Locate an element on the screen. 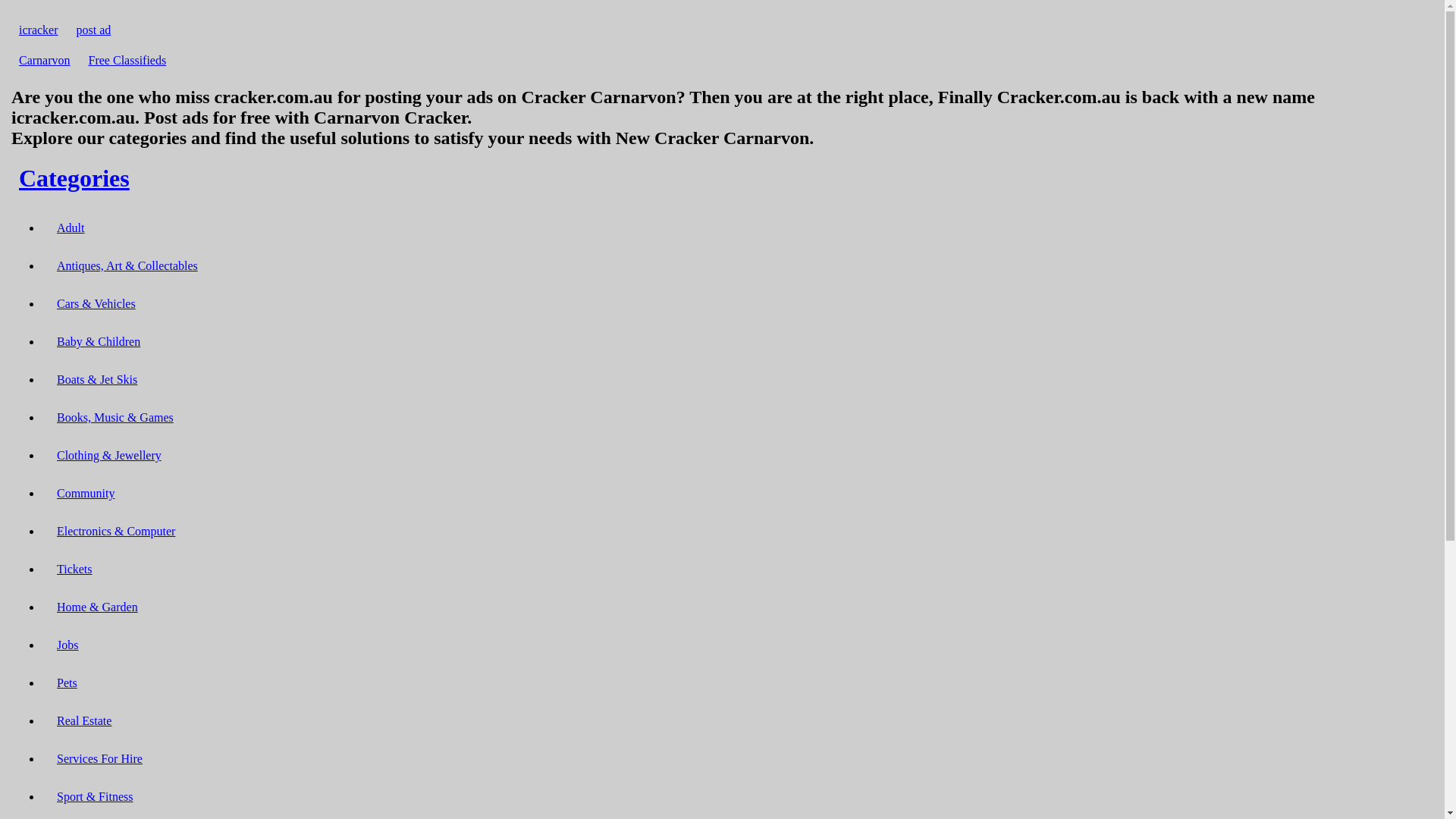 The width and height of the screenshot is (1456, 819). 'Pets' is located at coordinates (66, 682).